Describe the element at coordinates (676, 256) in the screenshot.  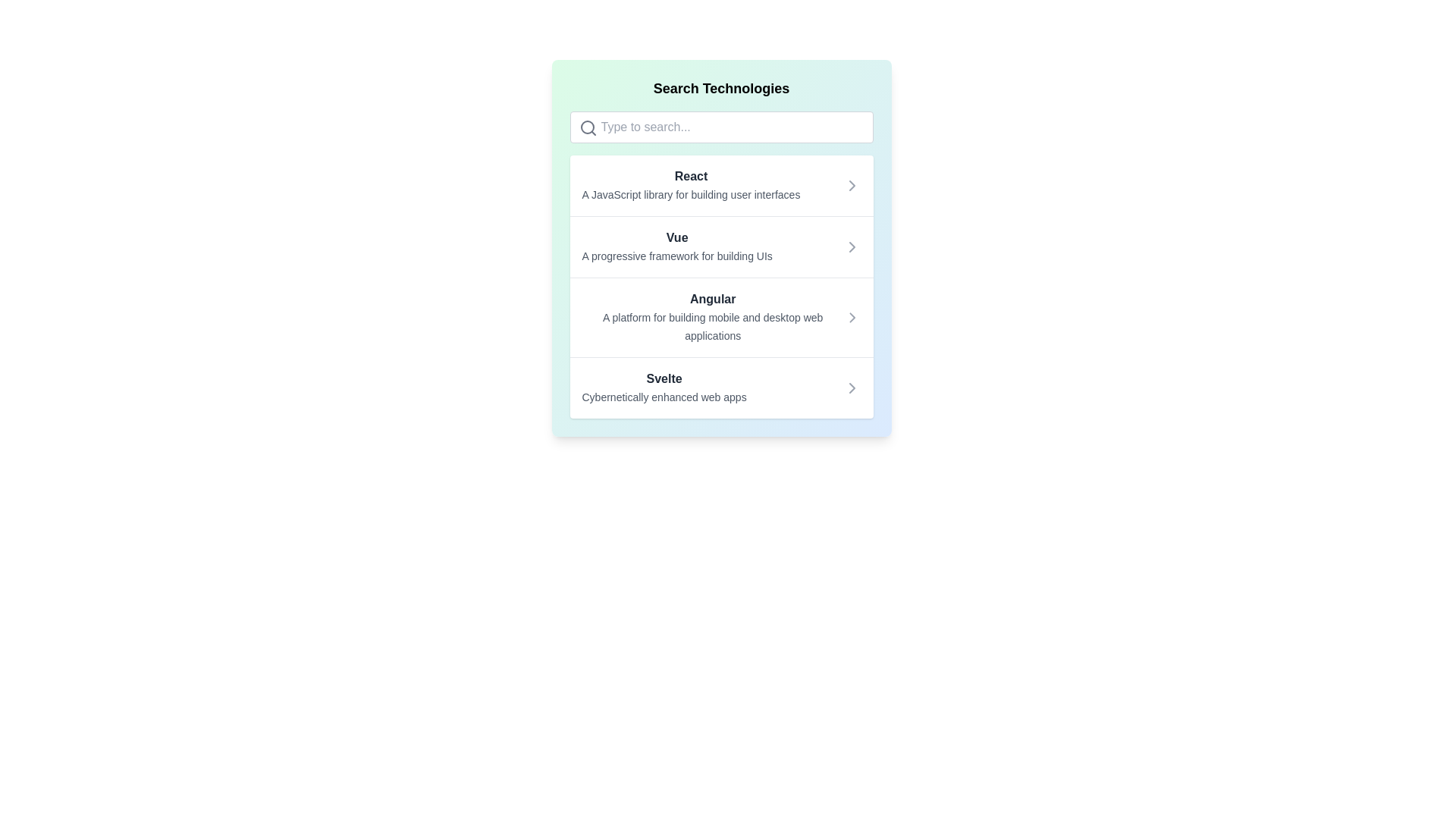
I see `the static text label that says 'A progressive framework for building UIs', which is located below the title 'Vue' in the list of technologies` at that location.